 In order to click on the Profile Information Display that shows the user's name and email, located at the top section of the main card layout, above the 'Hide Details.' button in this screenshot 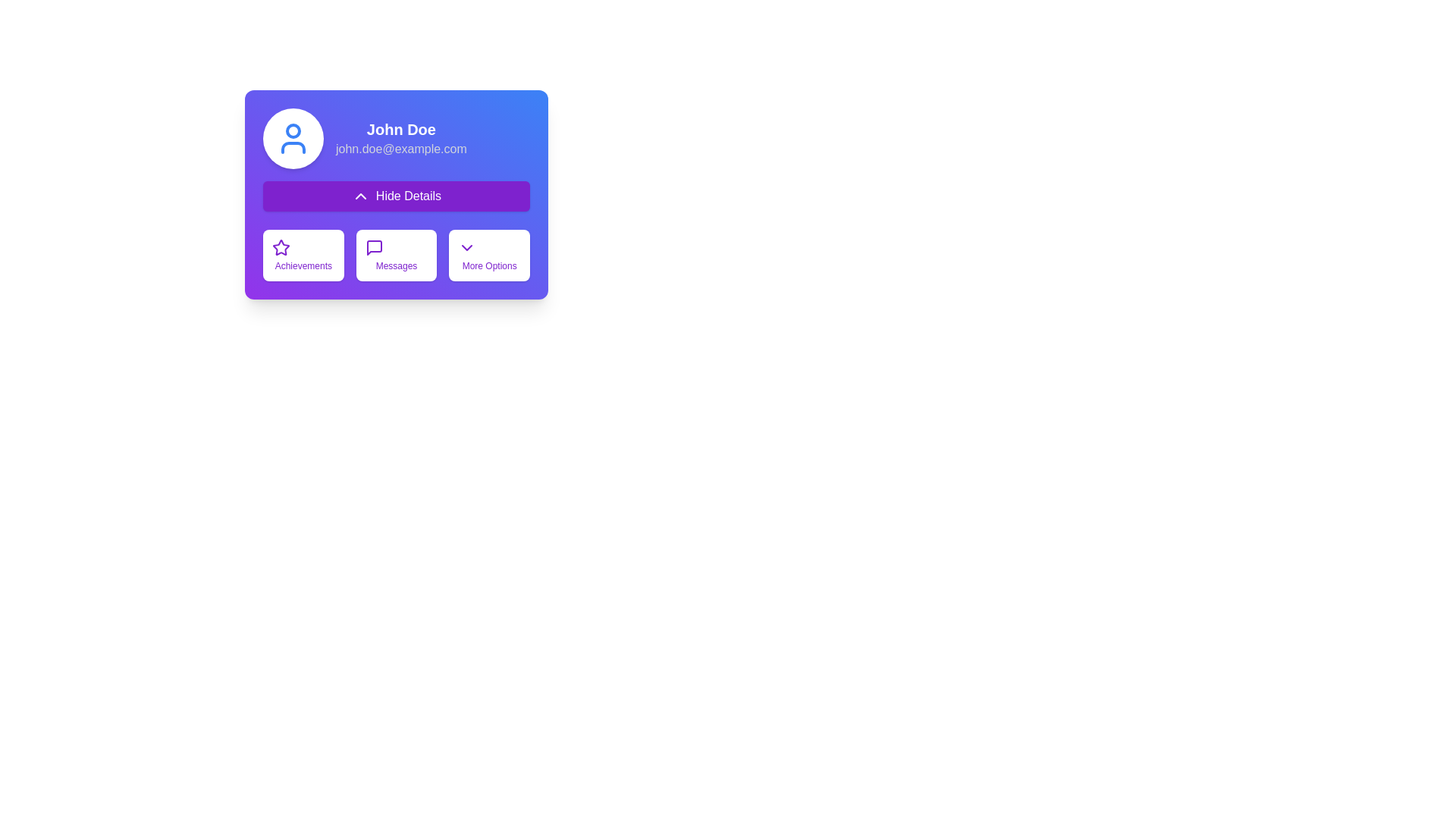, I will do `click(397, 138)`.